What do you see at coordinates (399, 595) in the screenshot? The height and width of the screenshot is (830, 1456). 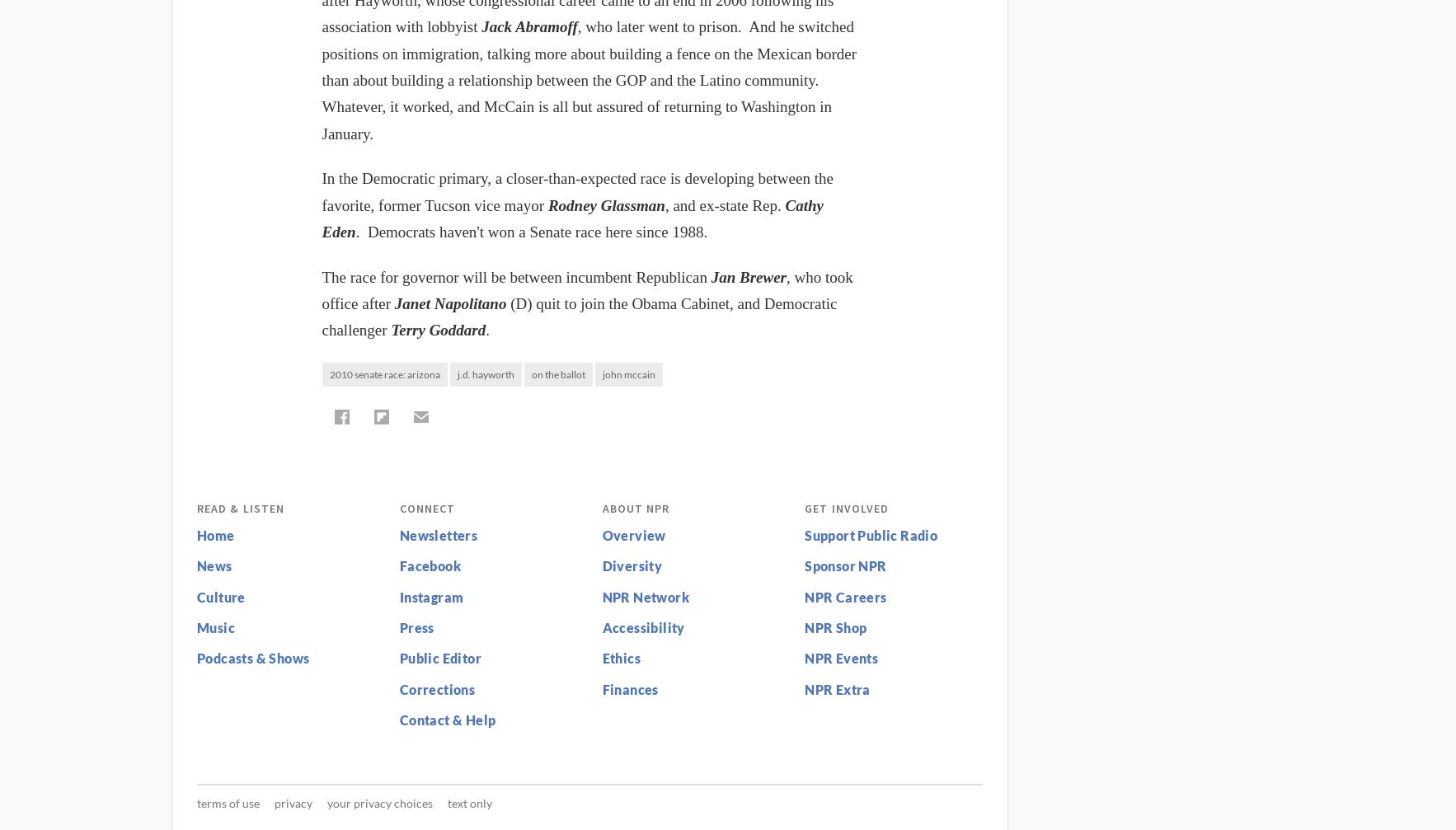 I see `'Instagram'` at bounding box center [399, 595].